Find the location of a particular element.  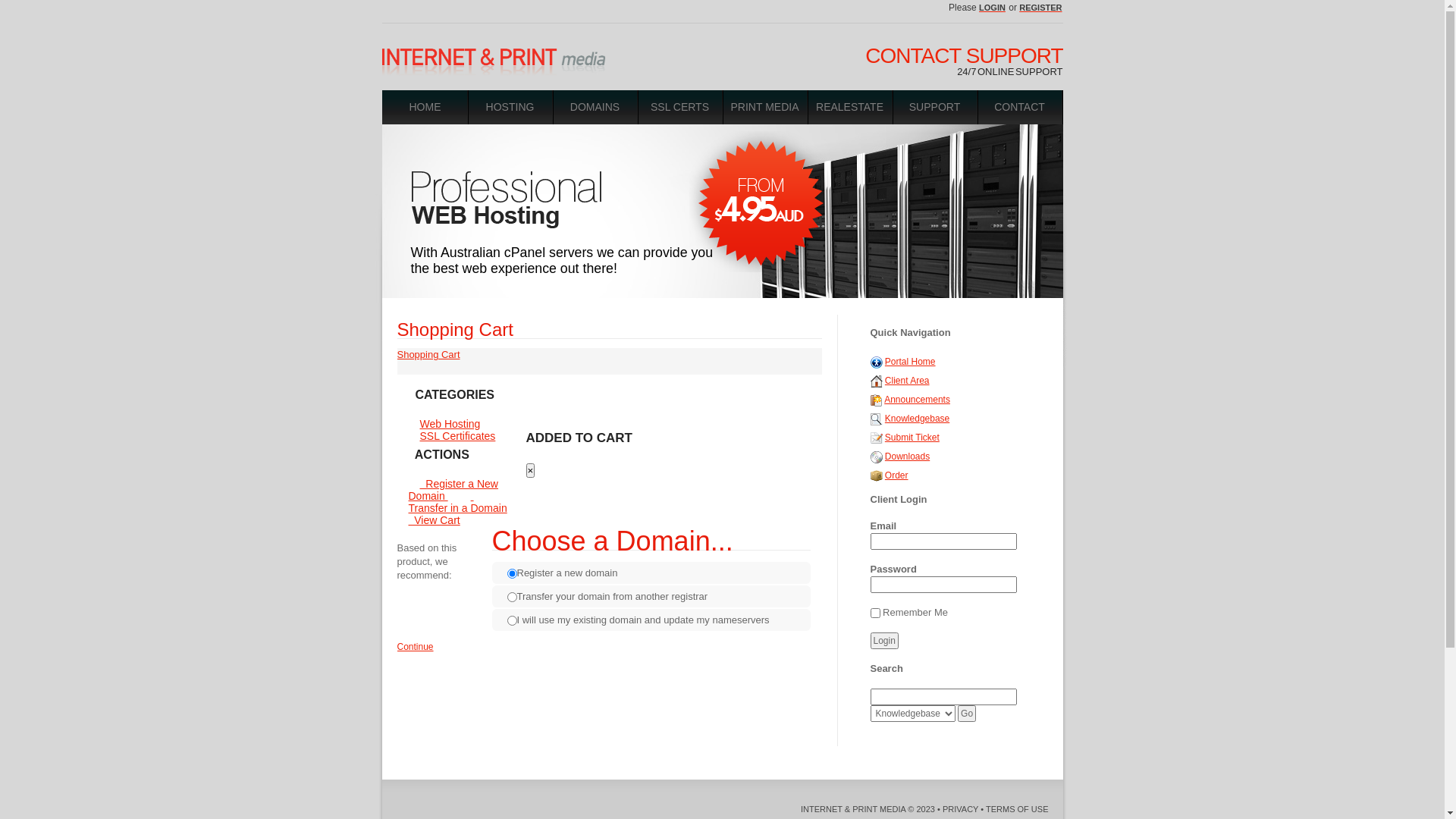

'Portal Home' is located at coordinates (910, 362).